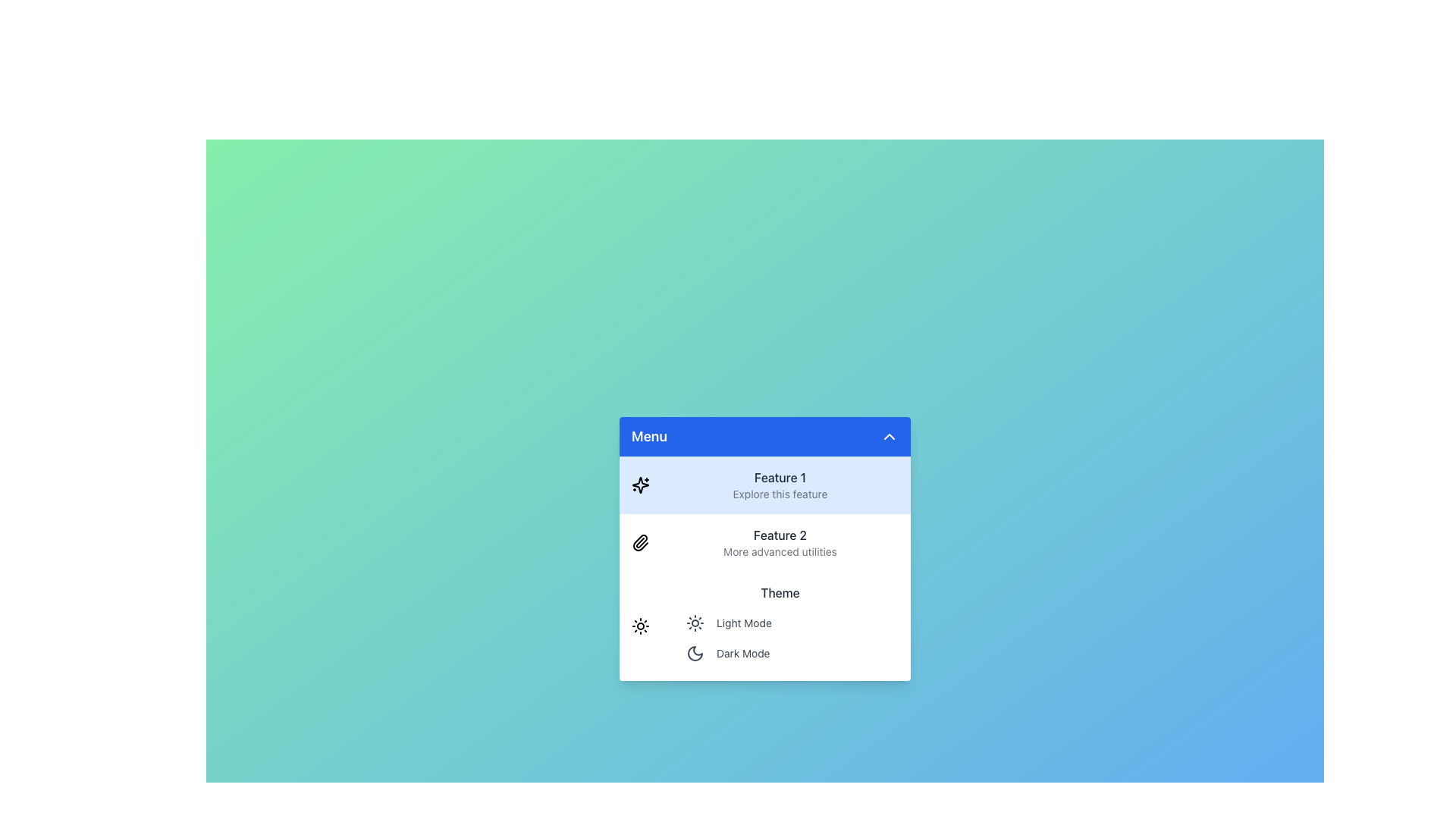 This screenshot has width=1456, height=819. I want to click on the Text Label displaying 'Feature 2' in bold dark gray font, located in the dropdown menu above 'More advanced utilities.', so click(780, 534).